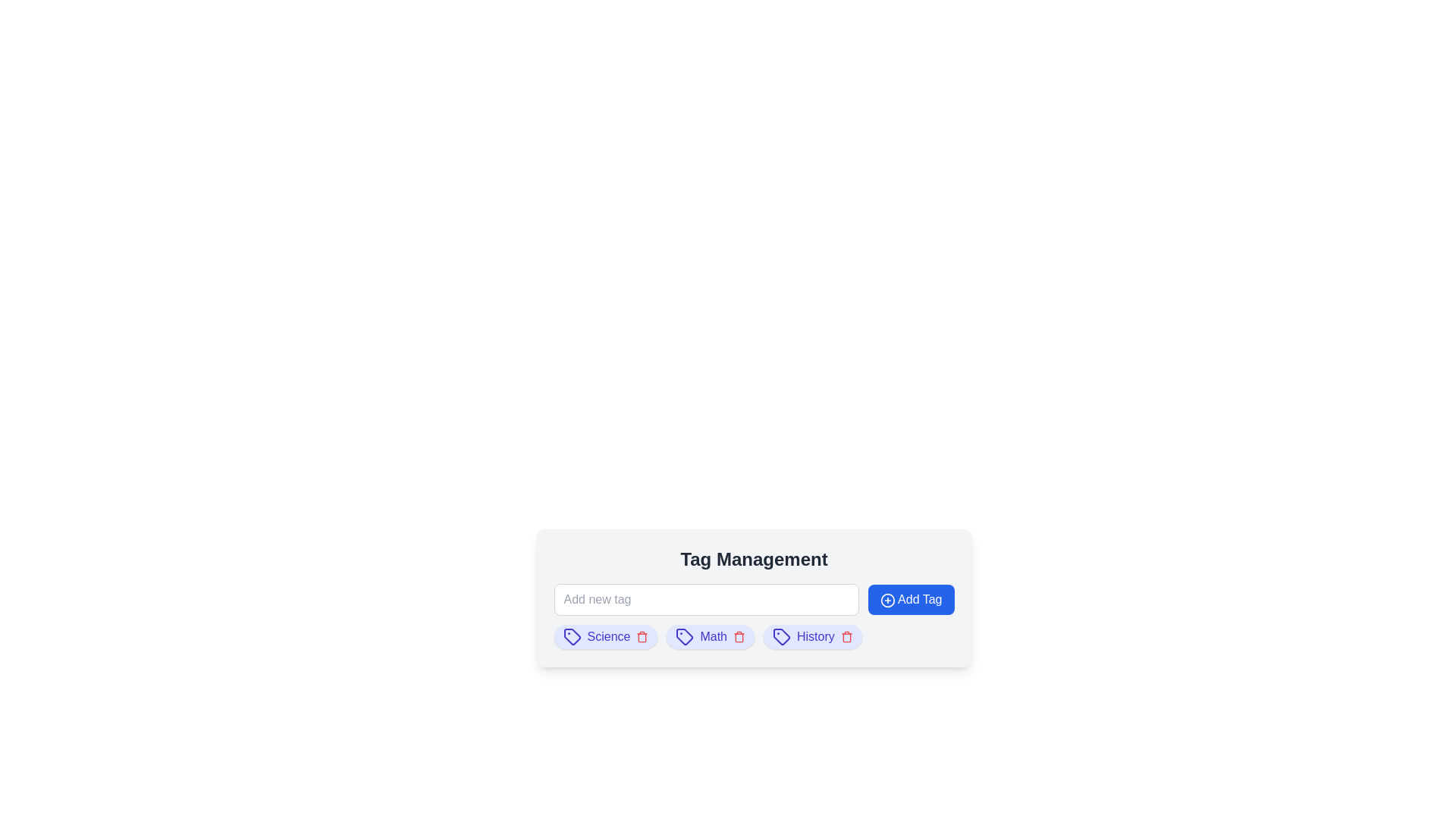 Image resolution: width=1456 pixels, height=819 pixels. Describe the element at coordinates (782, 637) in the screenshot. I see `the third tag icon located beneath the text input field, between the 'Math' tag and the 'History' label` at that location.